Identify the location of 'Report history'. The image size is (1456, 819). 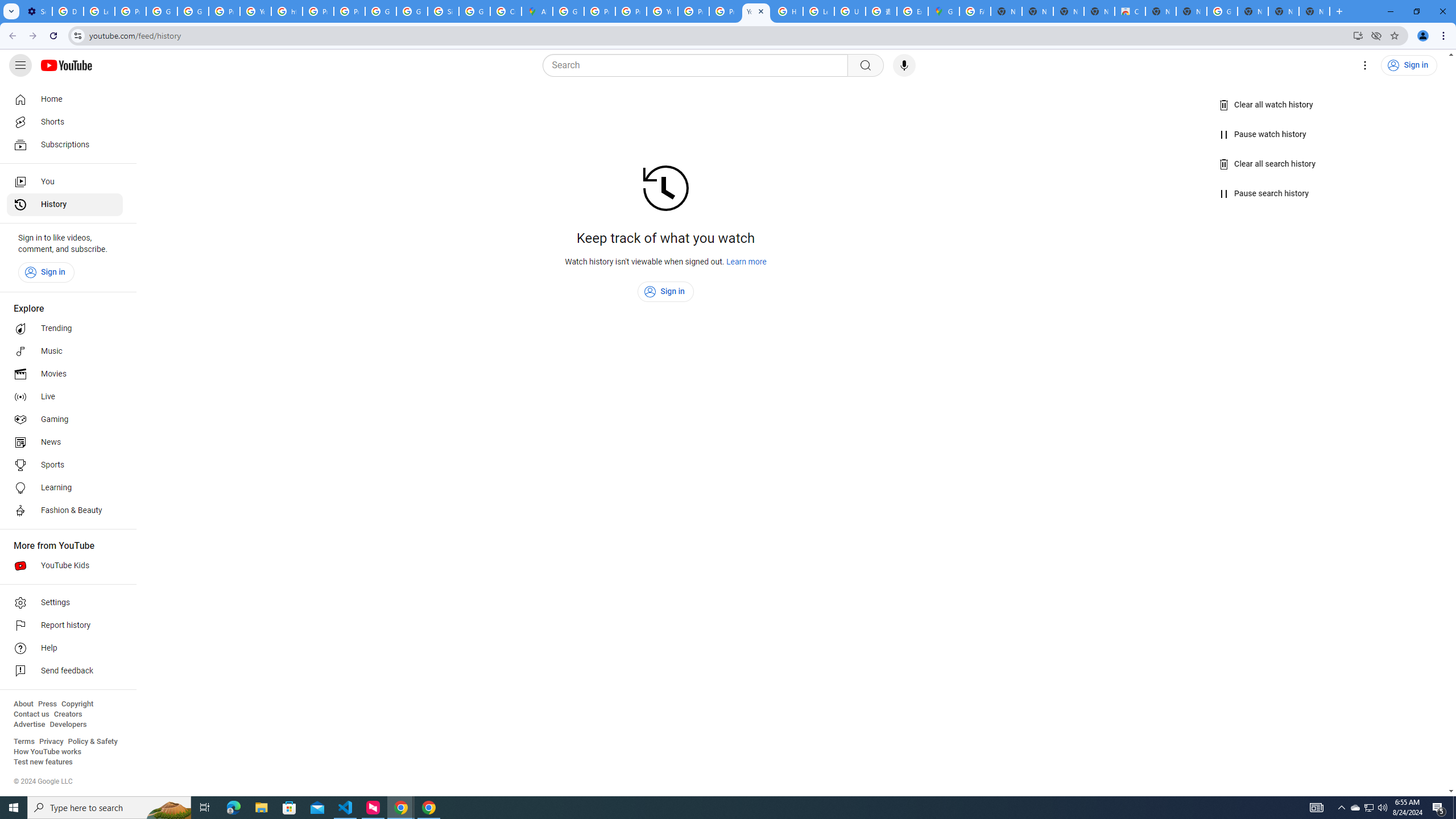
(64, 625).